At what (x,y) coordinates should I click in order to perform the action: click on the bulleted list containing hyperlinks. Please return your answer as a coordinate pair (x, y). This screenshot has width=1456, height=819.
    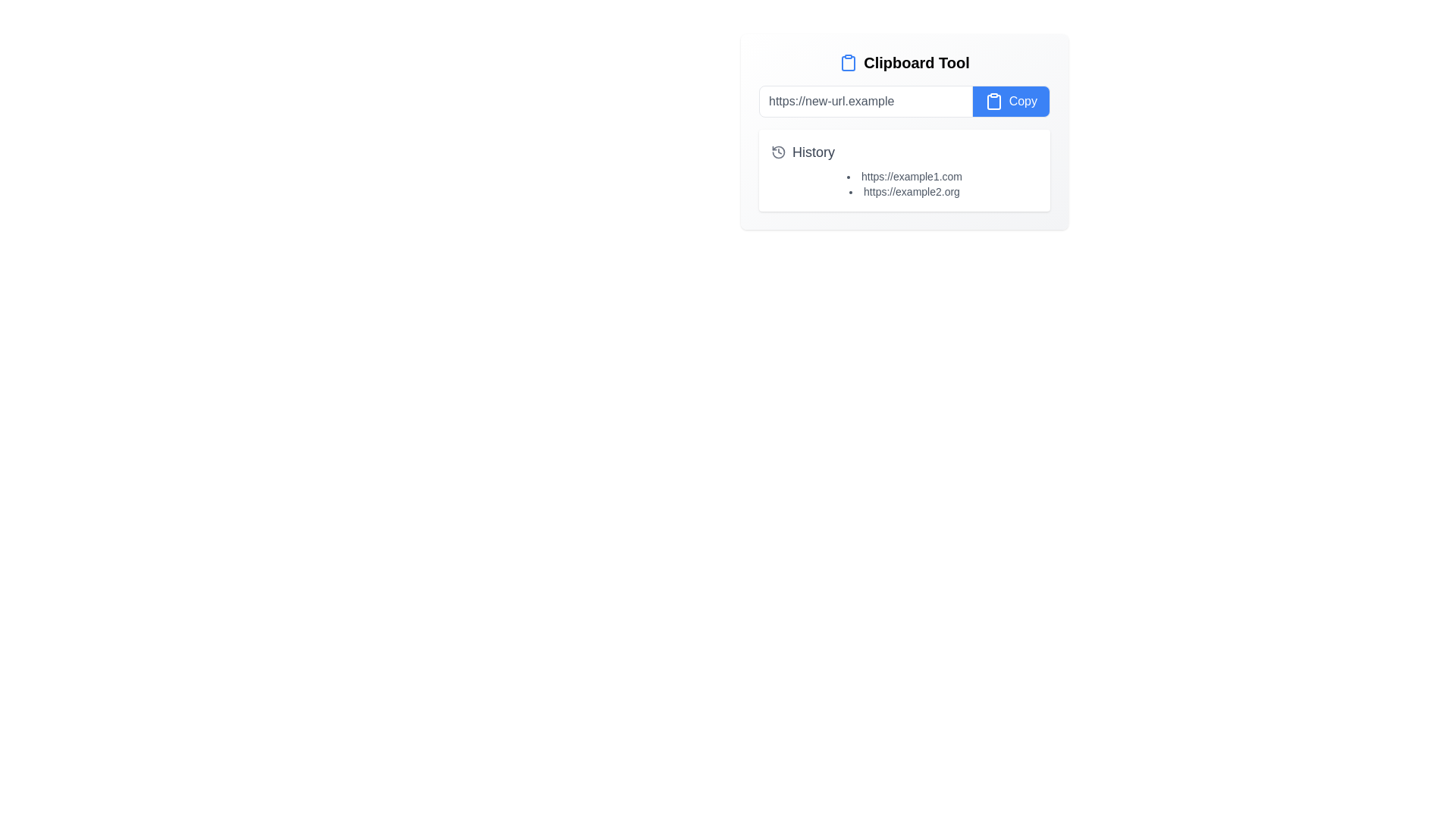
    Looking at the image, I should click on (905, 184).